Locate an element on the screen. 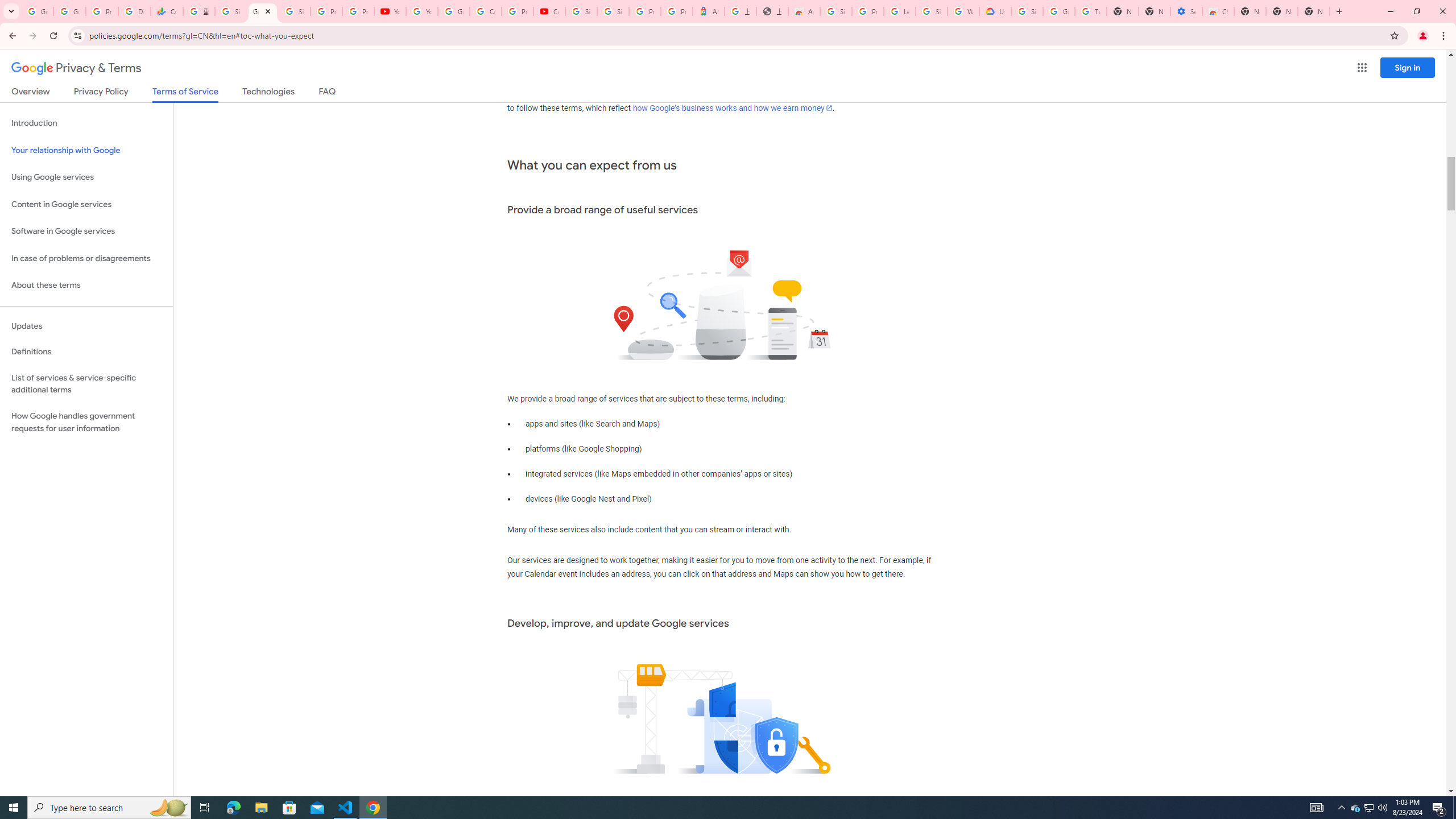  'Software in Google services' is located at coordinates (86, 230).